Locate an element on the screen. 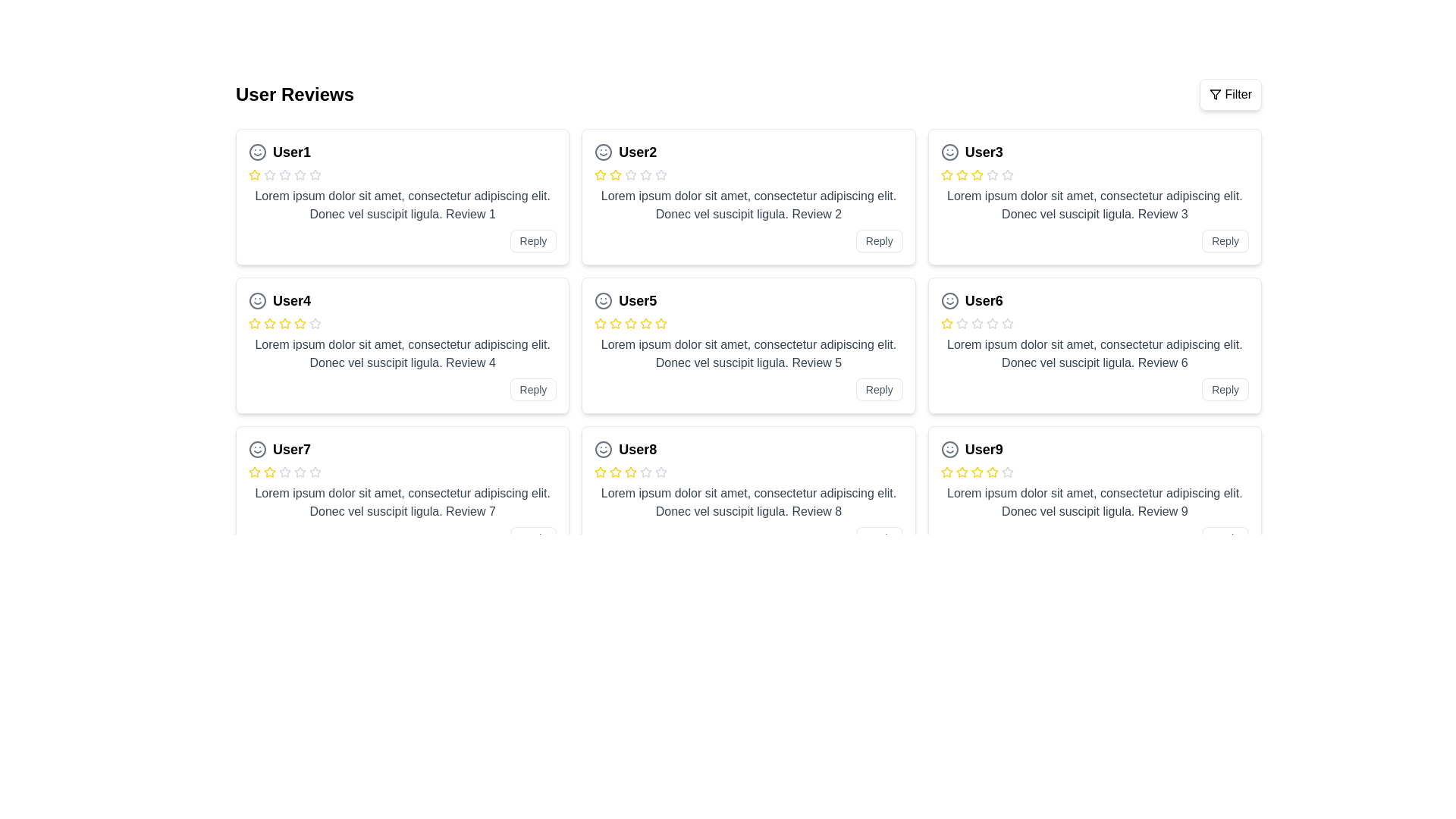 This screenshot has width=1456, height=819. the second star in the five-star rating system under 'User5's review card to update the rating is located at coordinates (600, 322).